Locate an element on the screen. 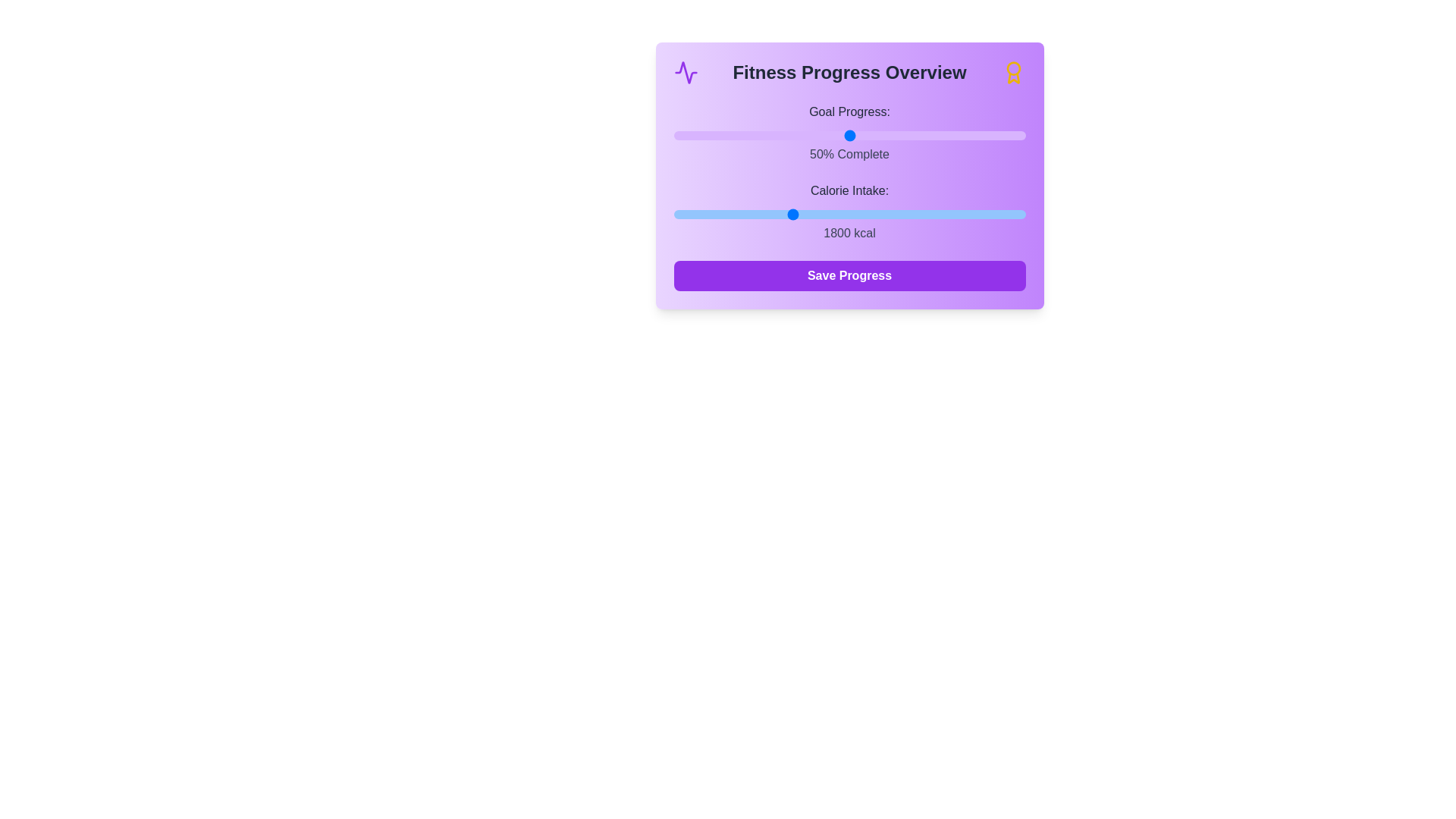  text content of the bold header displaying 'Fitness Progress Overview', which is centrally positioned at the top of the fitness tracking interface is located at coordinates (849, 73).